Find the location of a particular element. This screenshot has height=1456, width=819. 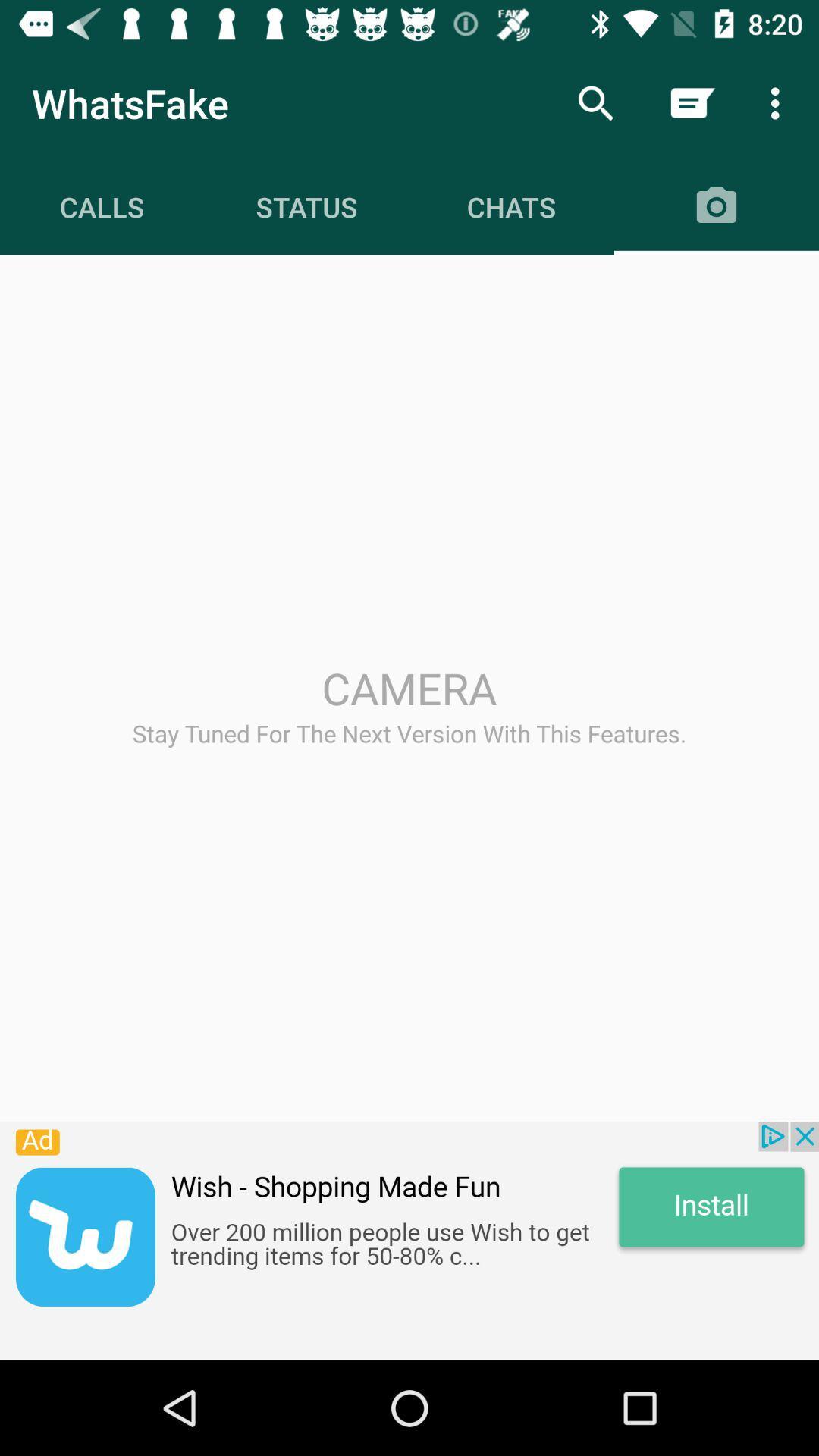

the message icon next to search icon is located at coordinates (691, 103).